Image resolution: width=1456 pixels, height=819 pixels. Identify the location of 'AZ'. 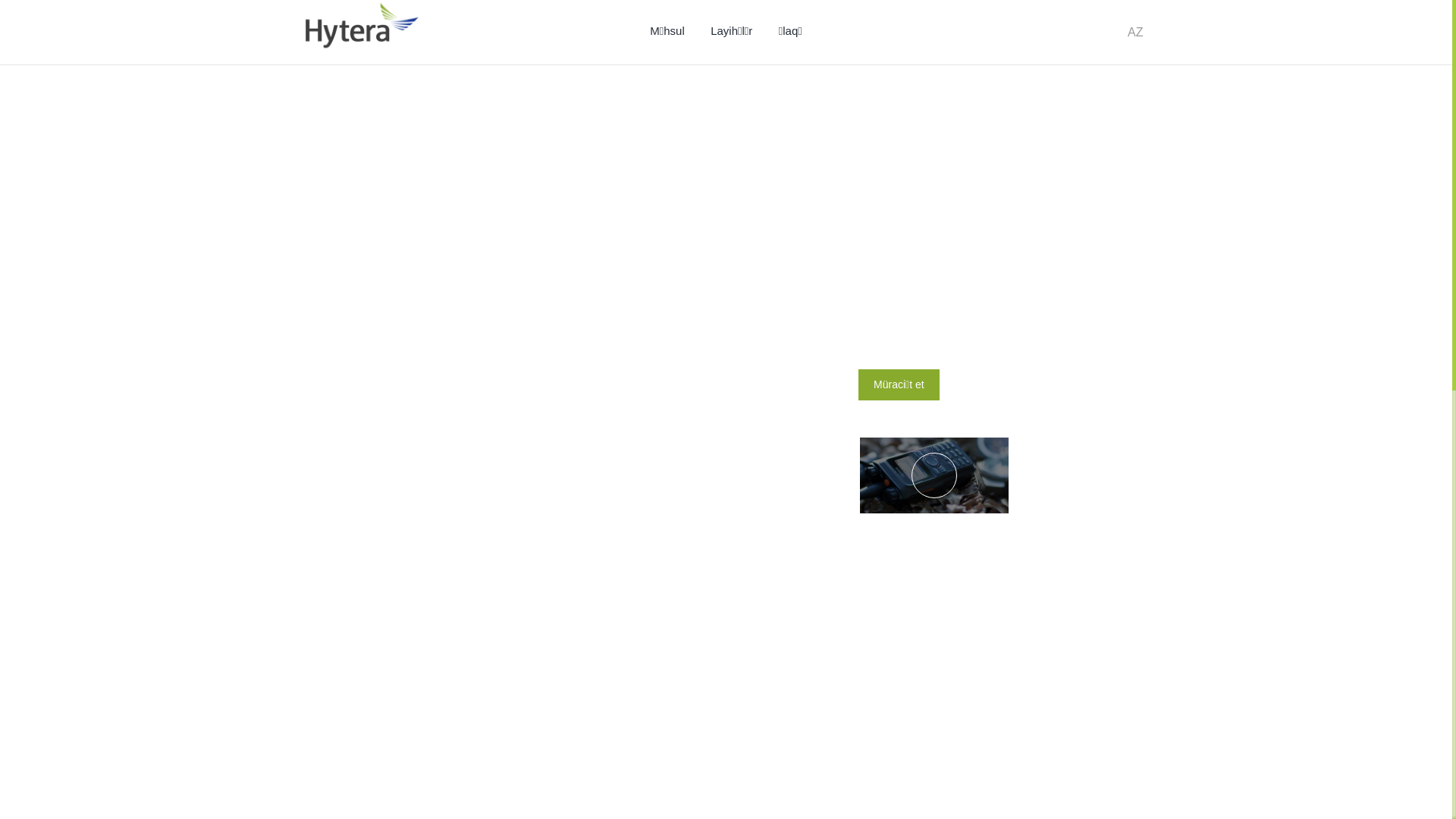
(1135, 32).